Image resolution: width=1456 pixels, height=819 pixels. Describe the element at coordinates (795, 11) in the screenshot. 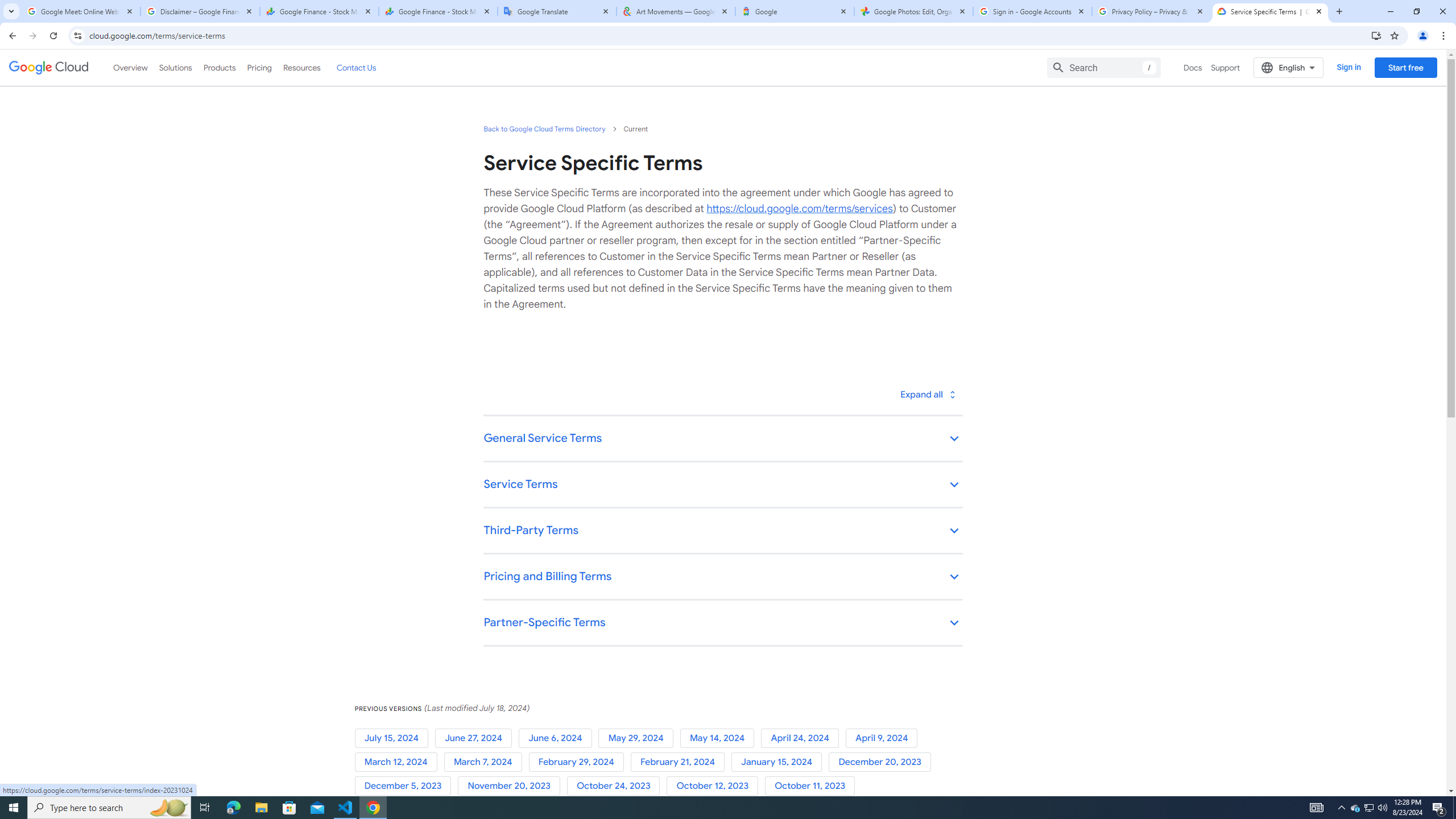

I see `'Google'` at that location.